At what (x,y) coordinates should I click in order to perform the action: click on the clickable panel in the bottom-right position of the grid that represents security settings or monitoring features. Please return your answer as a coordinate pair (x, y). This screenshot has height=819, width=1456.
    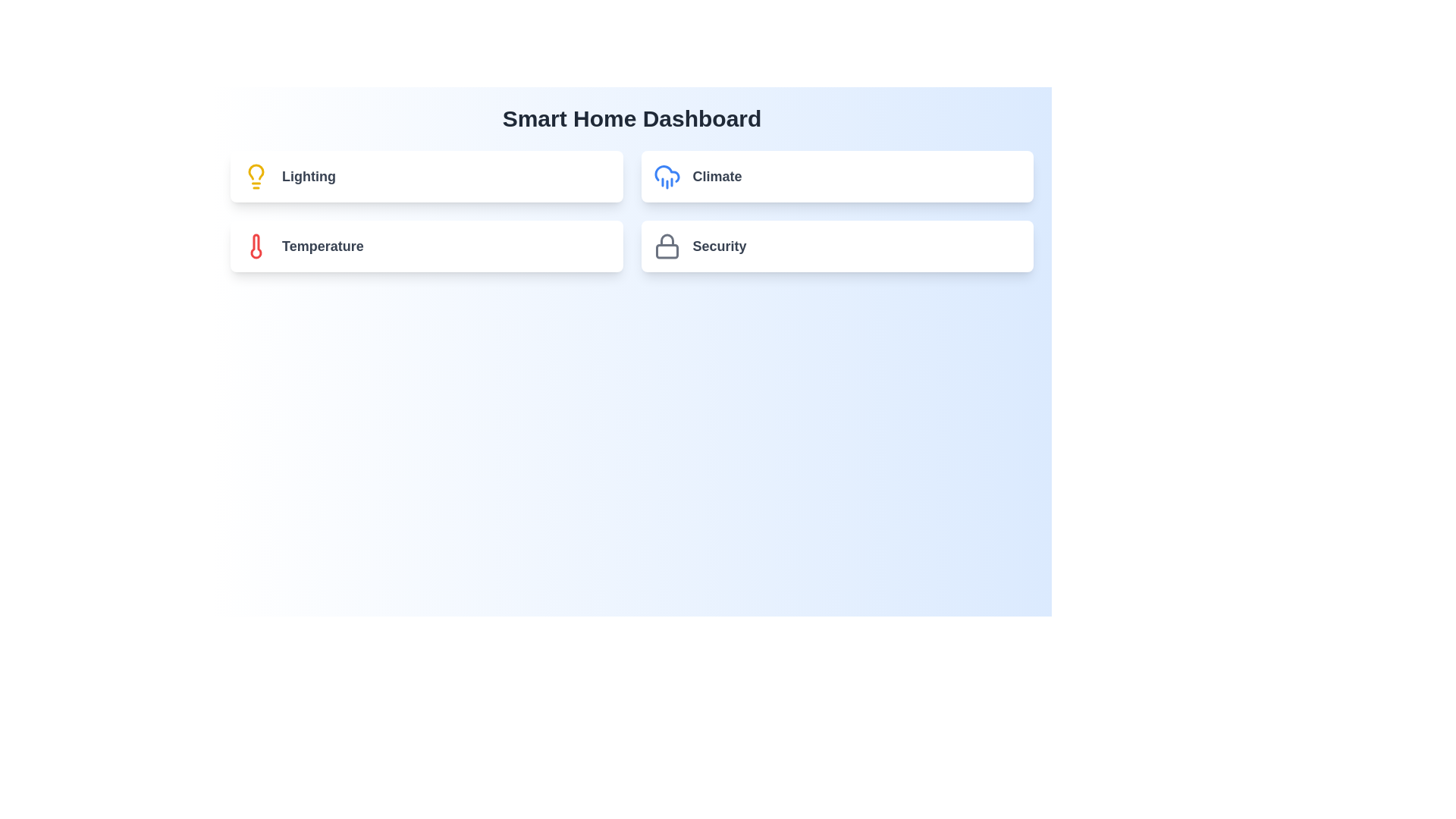
    Looking at the image, I should click on (836, 245).